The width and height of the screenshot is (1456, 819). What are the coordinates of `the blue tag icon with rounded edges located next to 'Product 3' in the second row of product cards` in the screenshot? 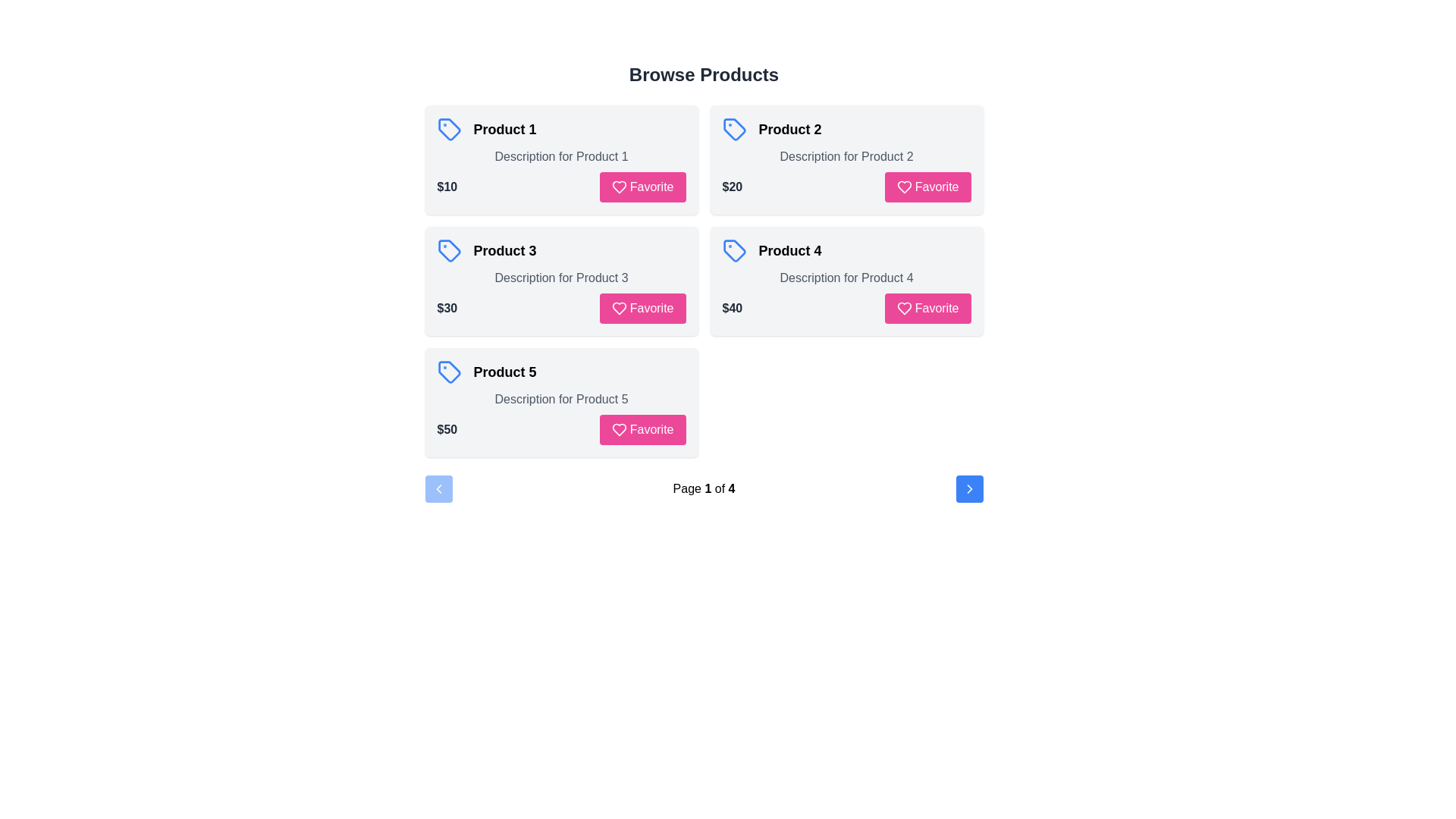 It's located at (448, 250).